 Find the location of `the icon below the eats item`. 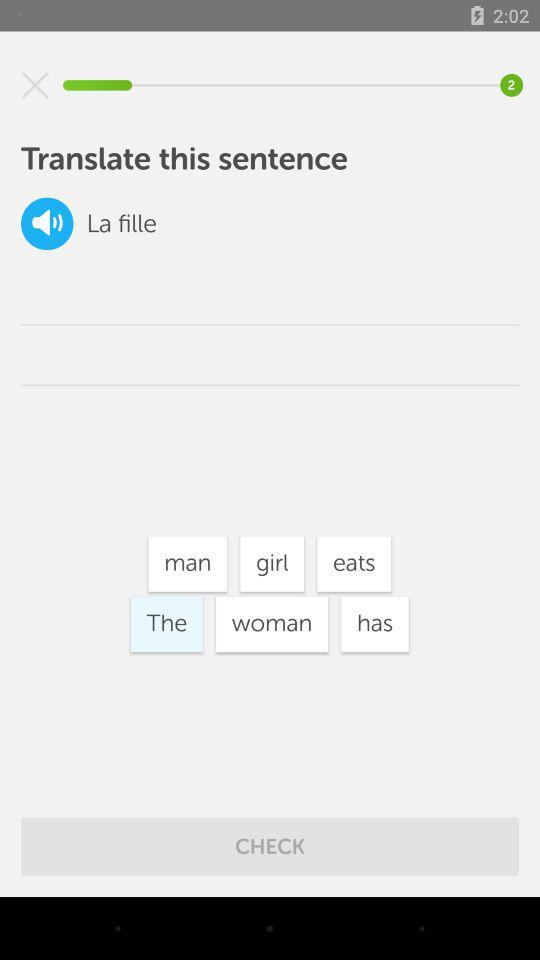

the icon below the eats item is located at coordinates (374, 623).